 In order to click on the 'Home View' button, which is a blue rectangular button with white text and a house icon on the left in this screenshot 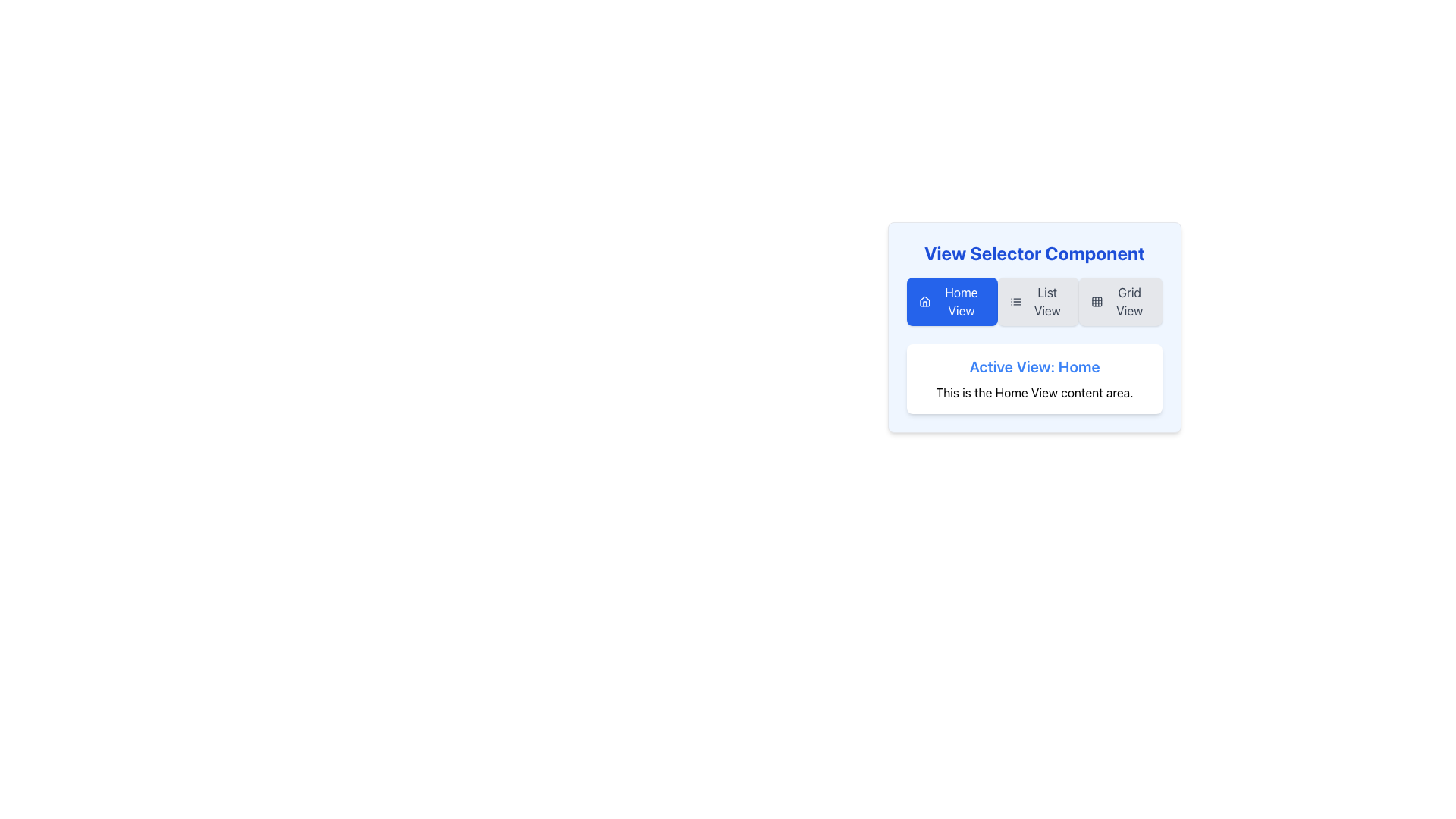, I will do `click(952, 301)`.